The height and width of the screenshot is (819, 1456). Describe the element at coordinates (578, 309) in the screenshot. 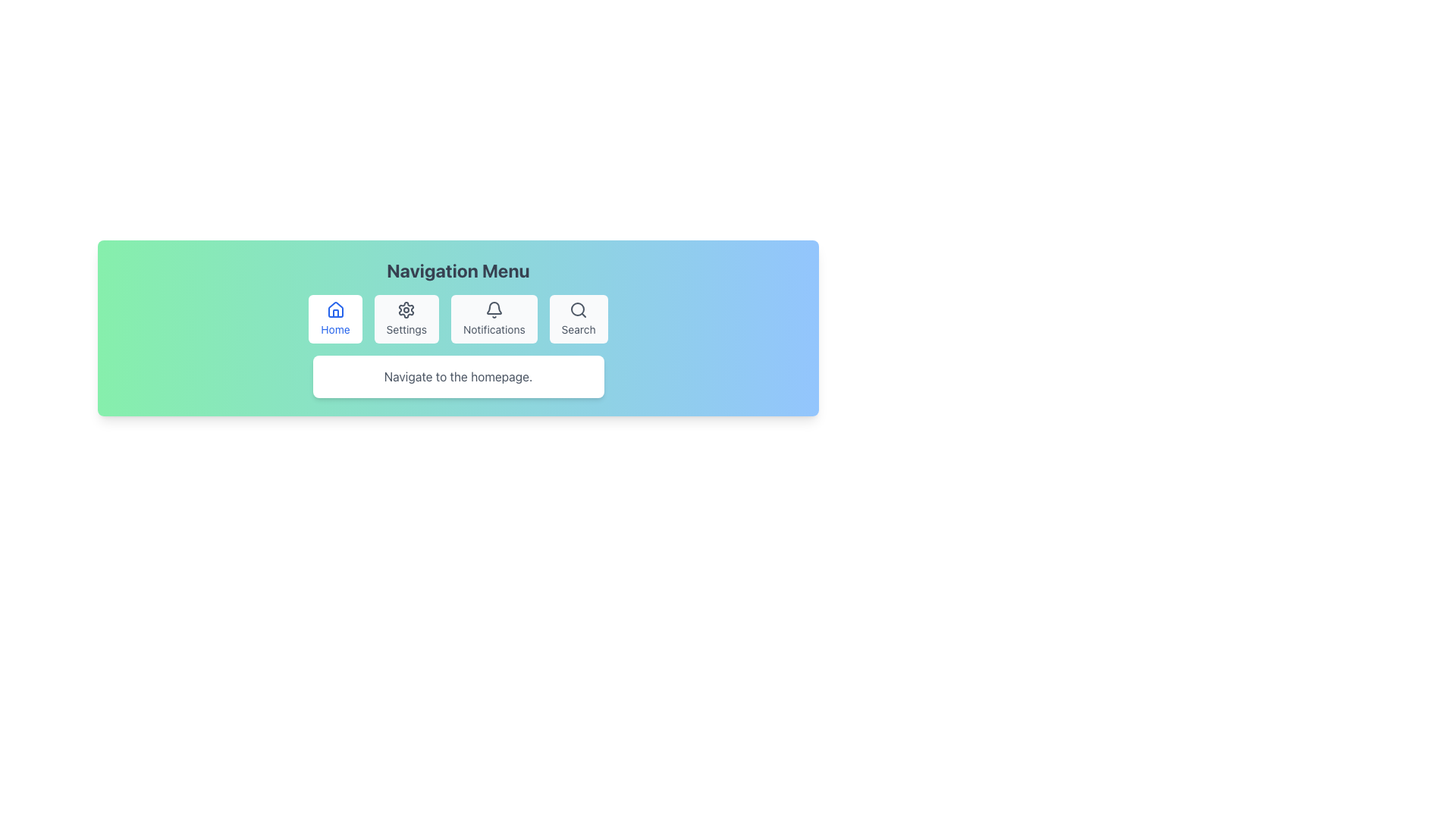

I see `the button labeled 'Search' which contains a magnifying glass icon, located in the fourth position of the horizontal navigation bar` at that location.